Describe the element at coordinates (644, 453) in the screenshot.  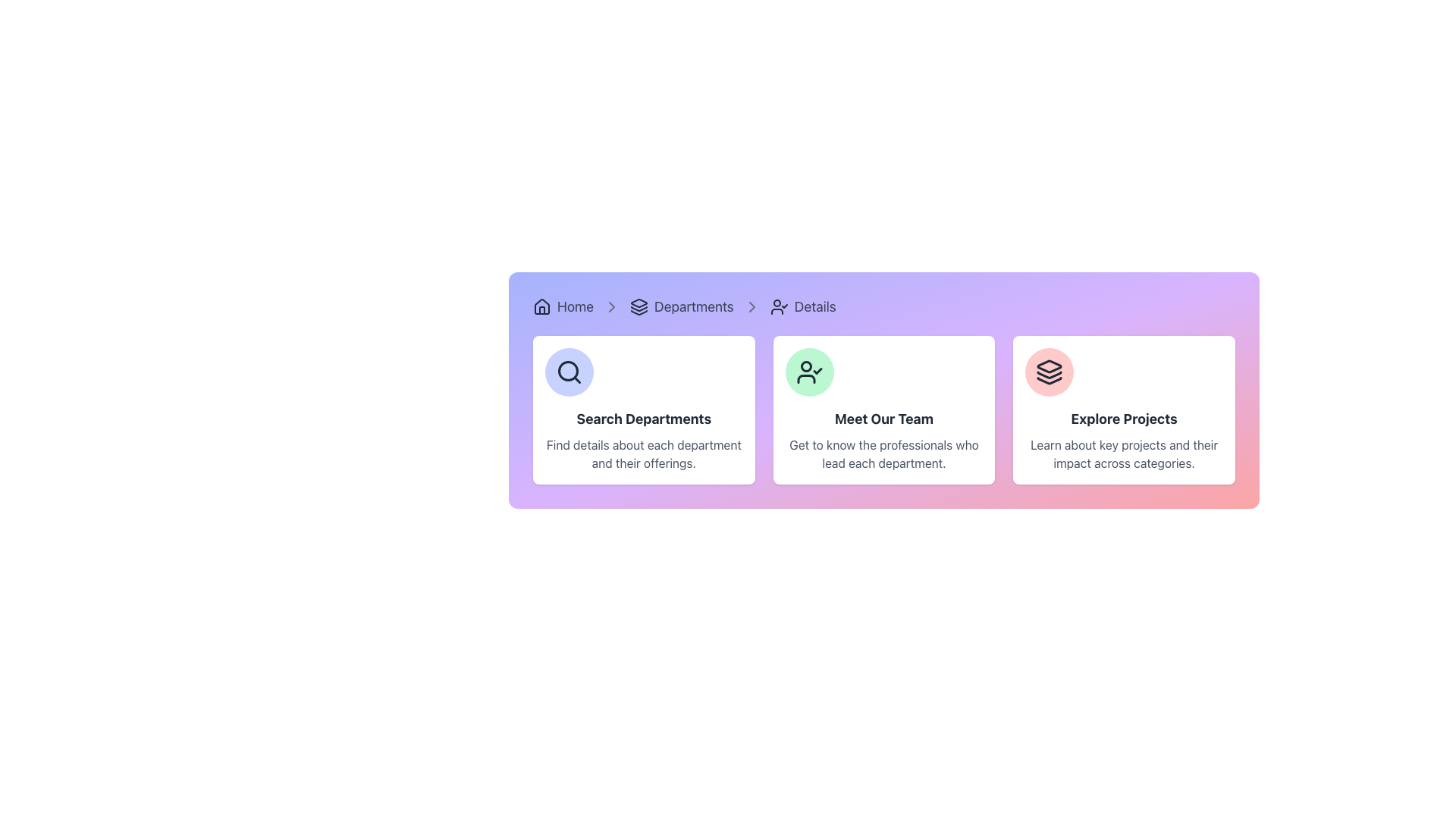
I see `the Text Label that provides information related to searching for department details, located below the 'Search Departments' heading in the first card of a set of three cards` at that location.